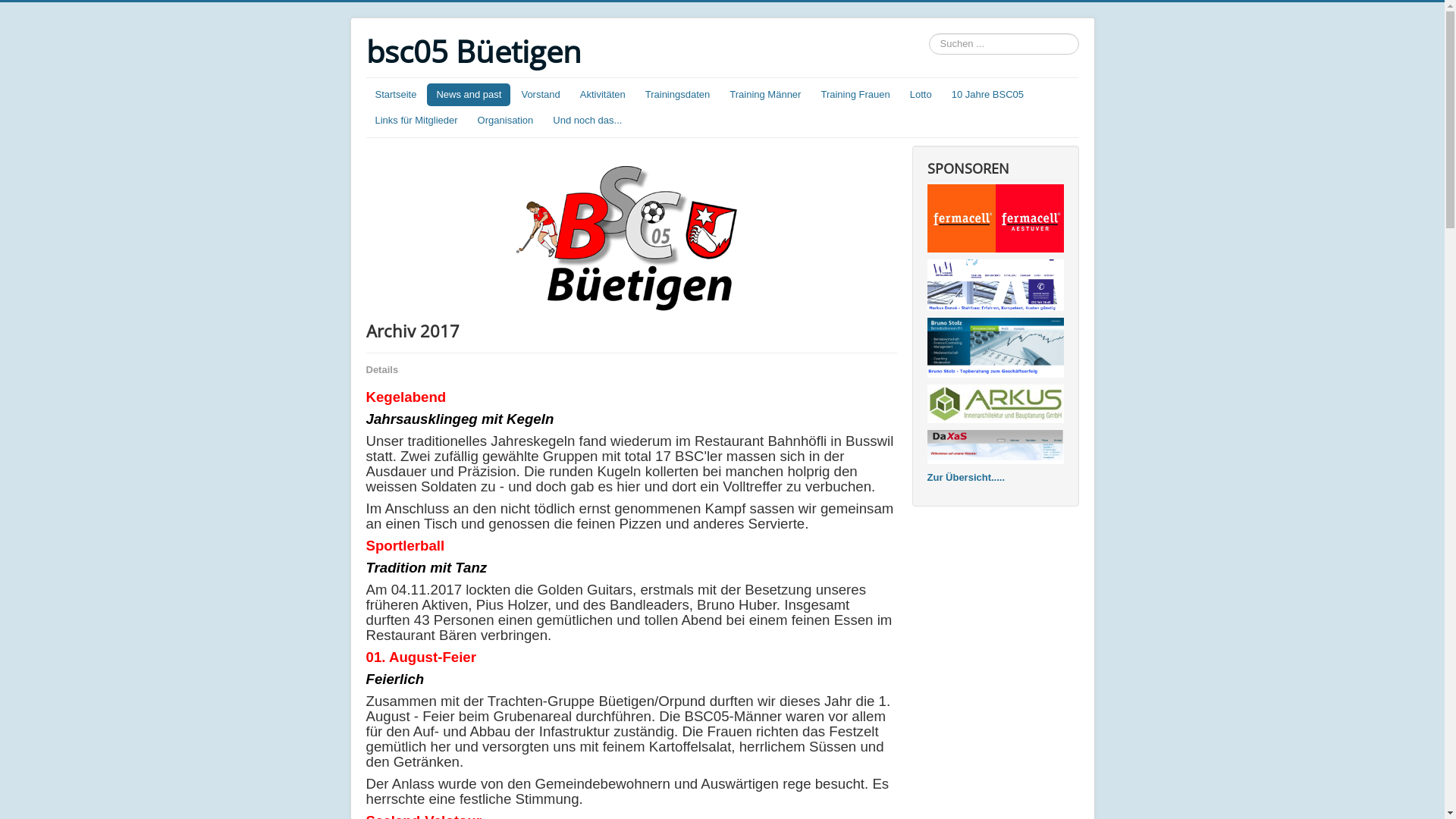  Describe the element at coordinates (395, 94) in the screenshot. I see `'Startseite'` at that location.